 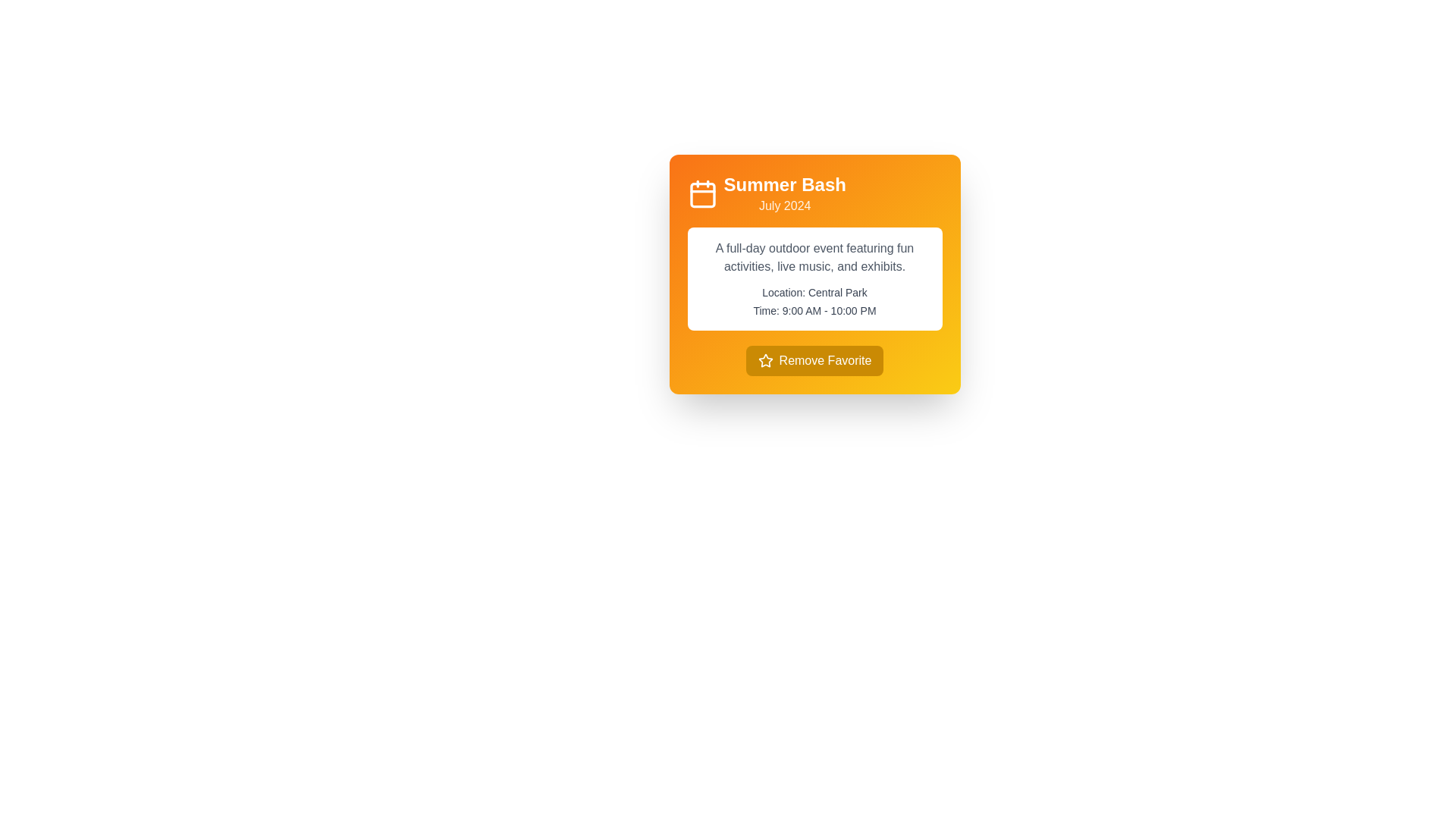 What do you see at coordinates (814, 301) in the screenshot?
I see `the static text block displaying location and time information, which contains 'Location: Central Park' and 'Time: 9:00 AM - 10:00 PM', located in the lower half of a white panel inside a yellow-orange gradient card` at bounding box center [814, 301].